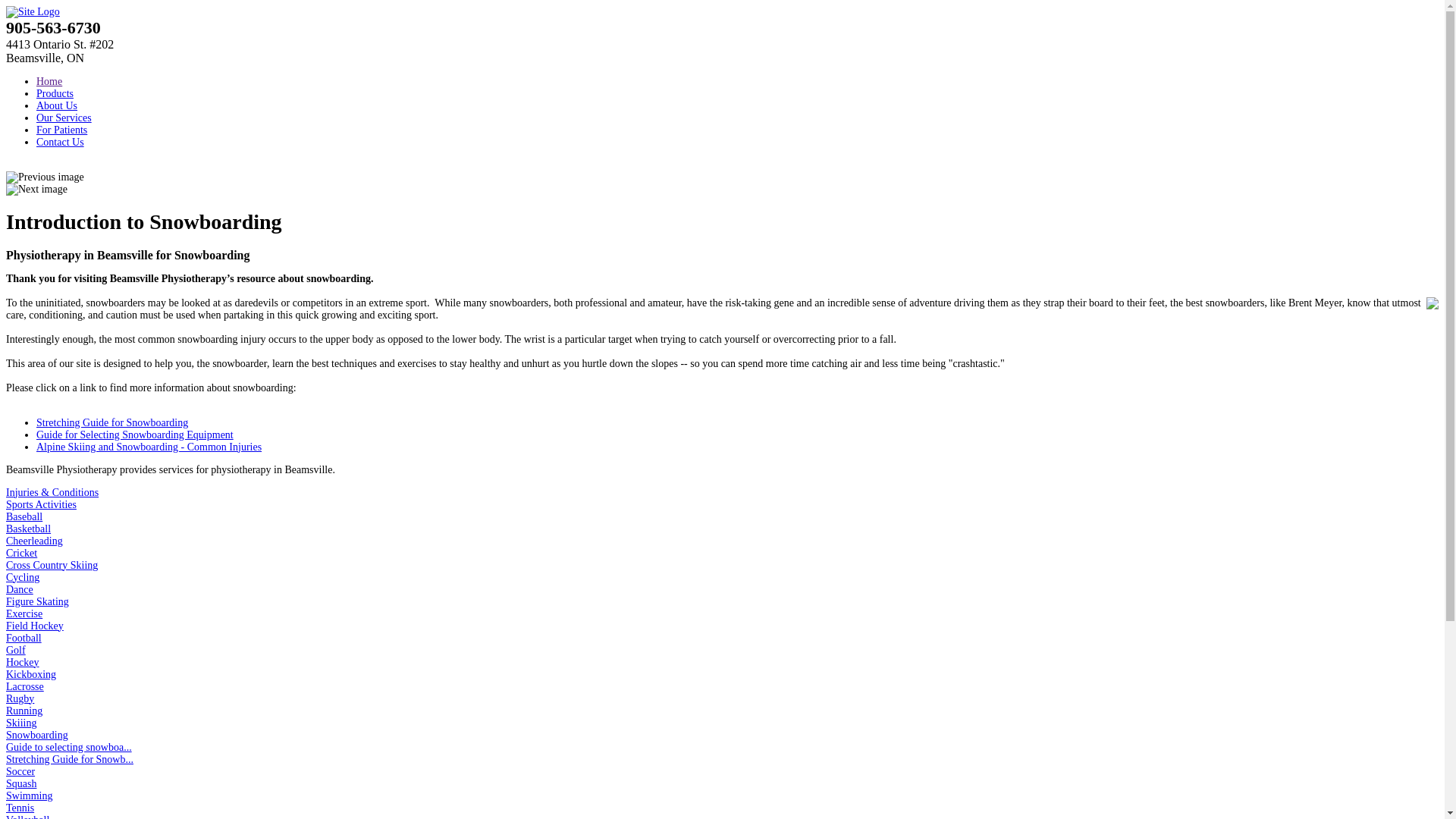  Describe the element at coordinates (35, 626) in the screenshot. I see `'Field Hockey'` at that location.